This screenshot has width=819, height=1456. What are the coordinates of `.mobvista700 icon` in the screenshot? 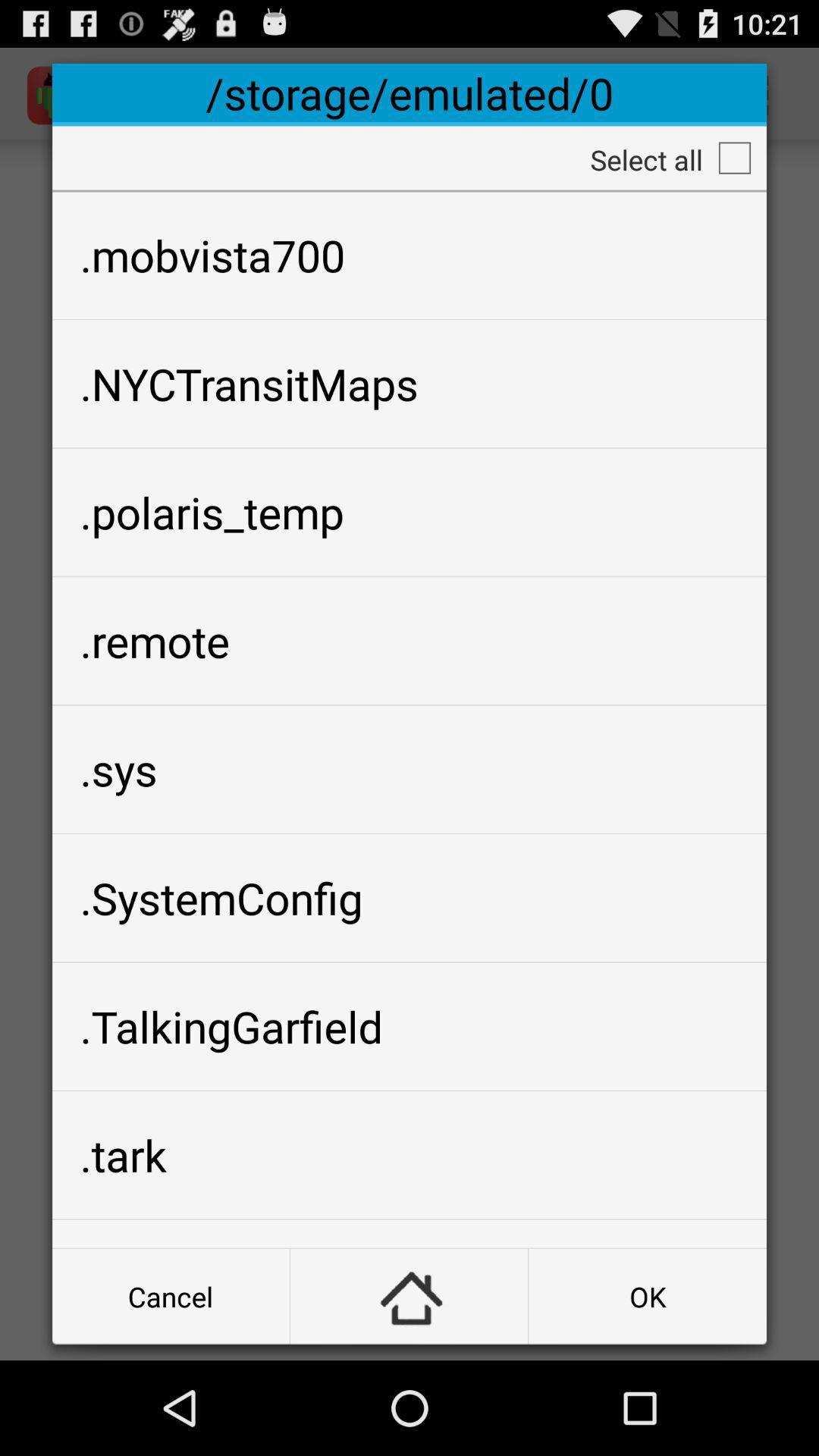 It's located at (409, 256).